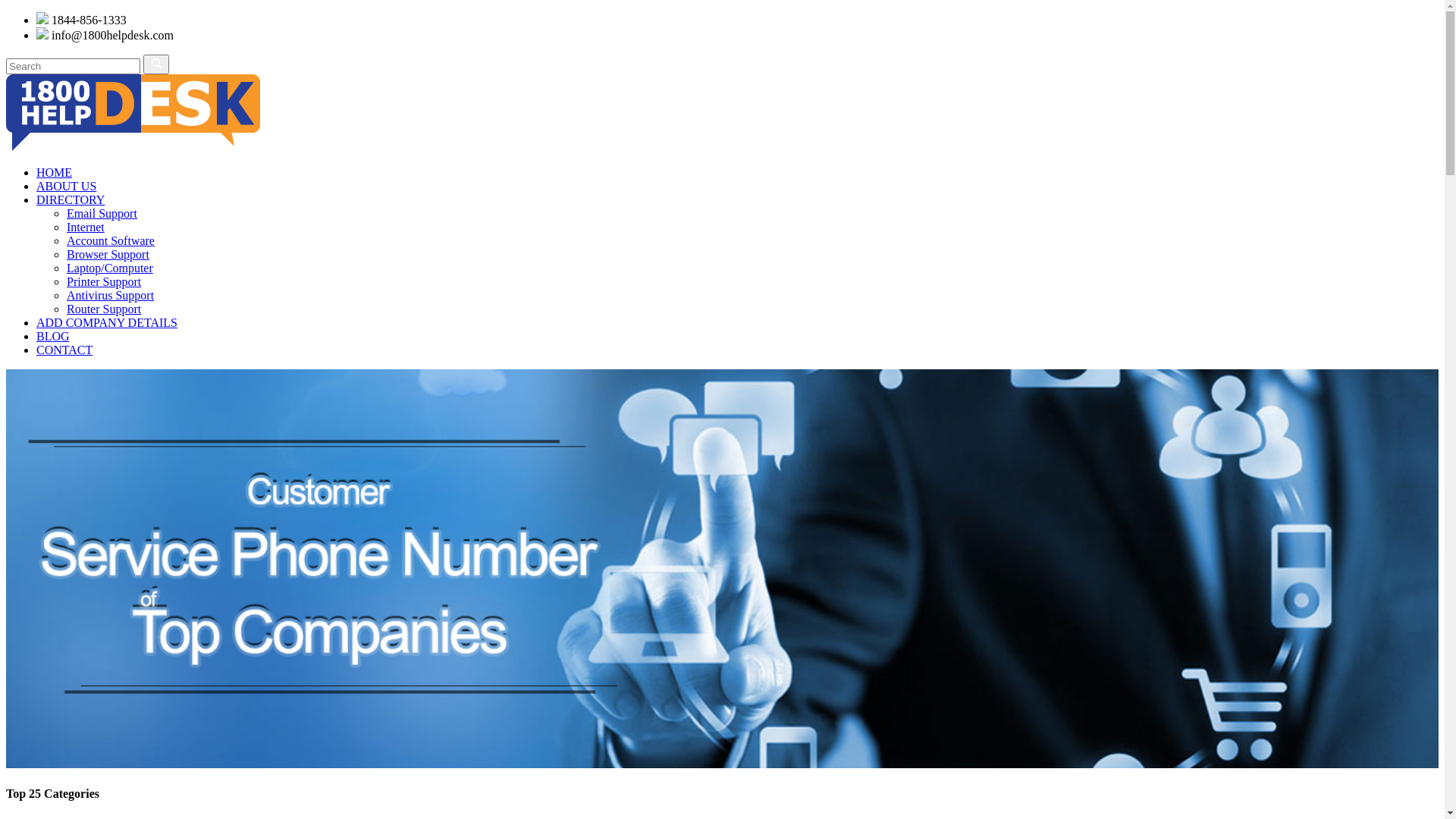 This screenshot has height=819, width=1456. What do you see at coordinates (105, 322) in the screenshot?
I see `'ADD COMPANY DETAILS'` at bounding box center [105, 322].